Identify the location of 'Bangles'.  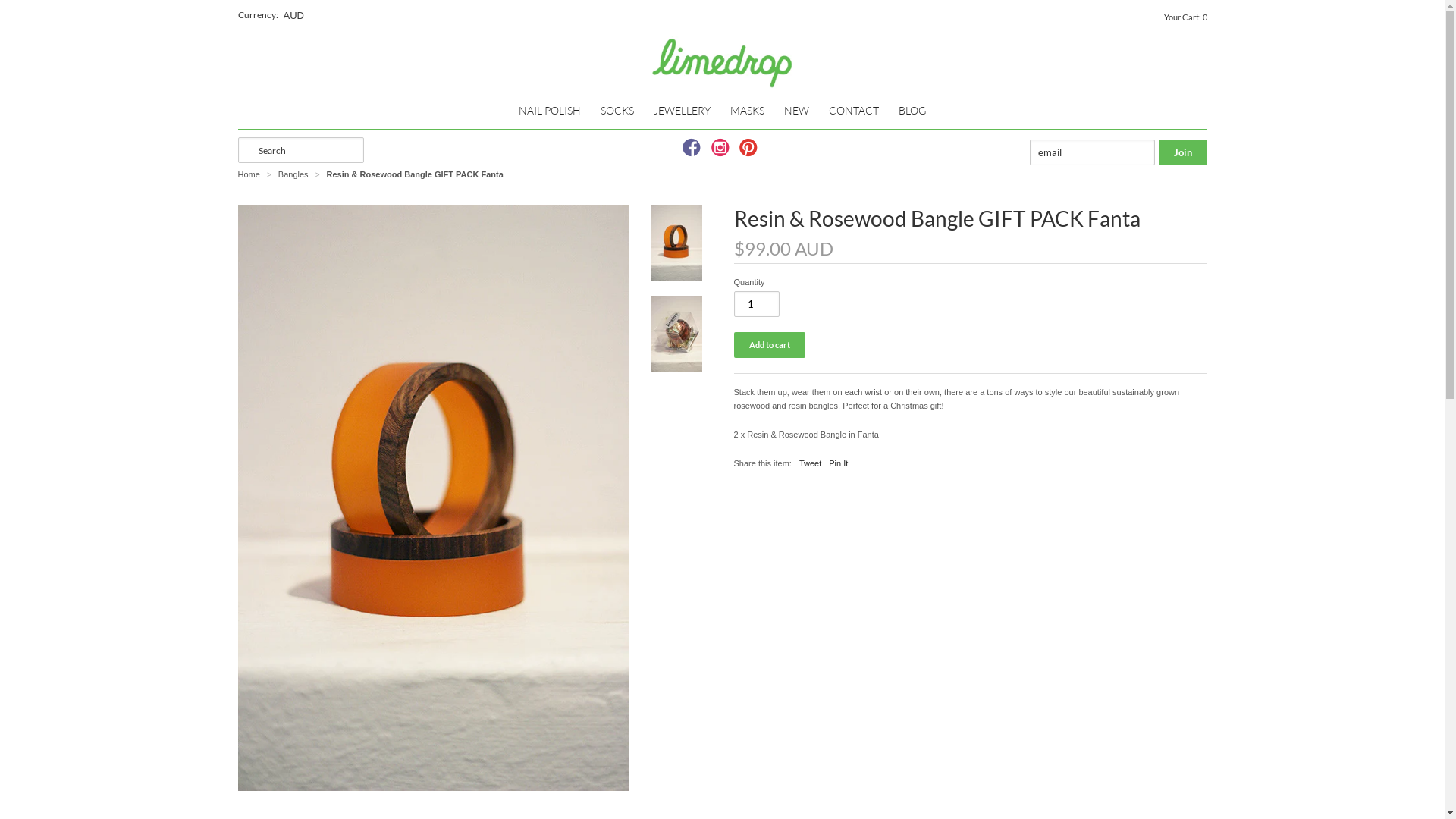
(294, 174).